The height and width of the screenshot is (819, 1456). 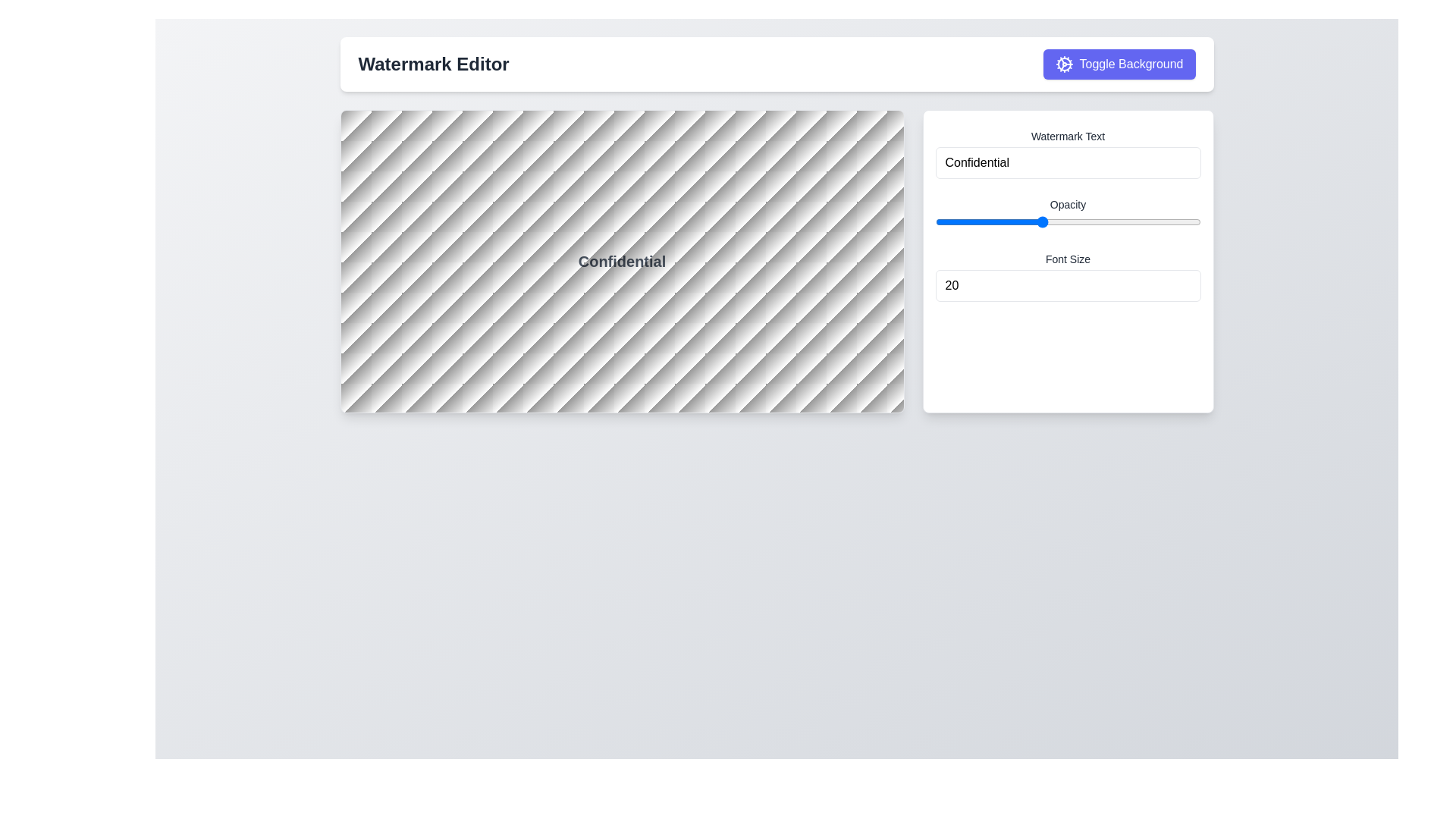 I want to click on the Text label that describes the adjacent input field for setting the font size, located in the settings panel on the right side of the interface, so click(x=1067, y=259).